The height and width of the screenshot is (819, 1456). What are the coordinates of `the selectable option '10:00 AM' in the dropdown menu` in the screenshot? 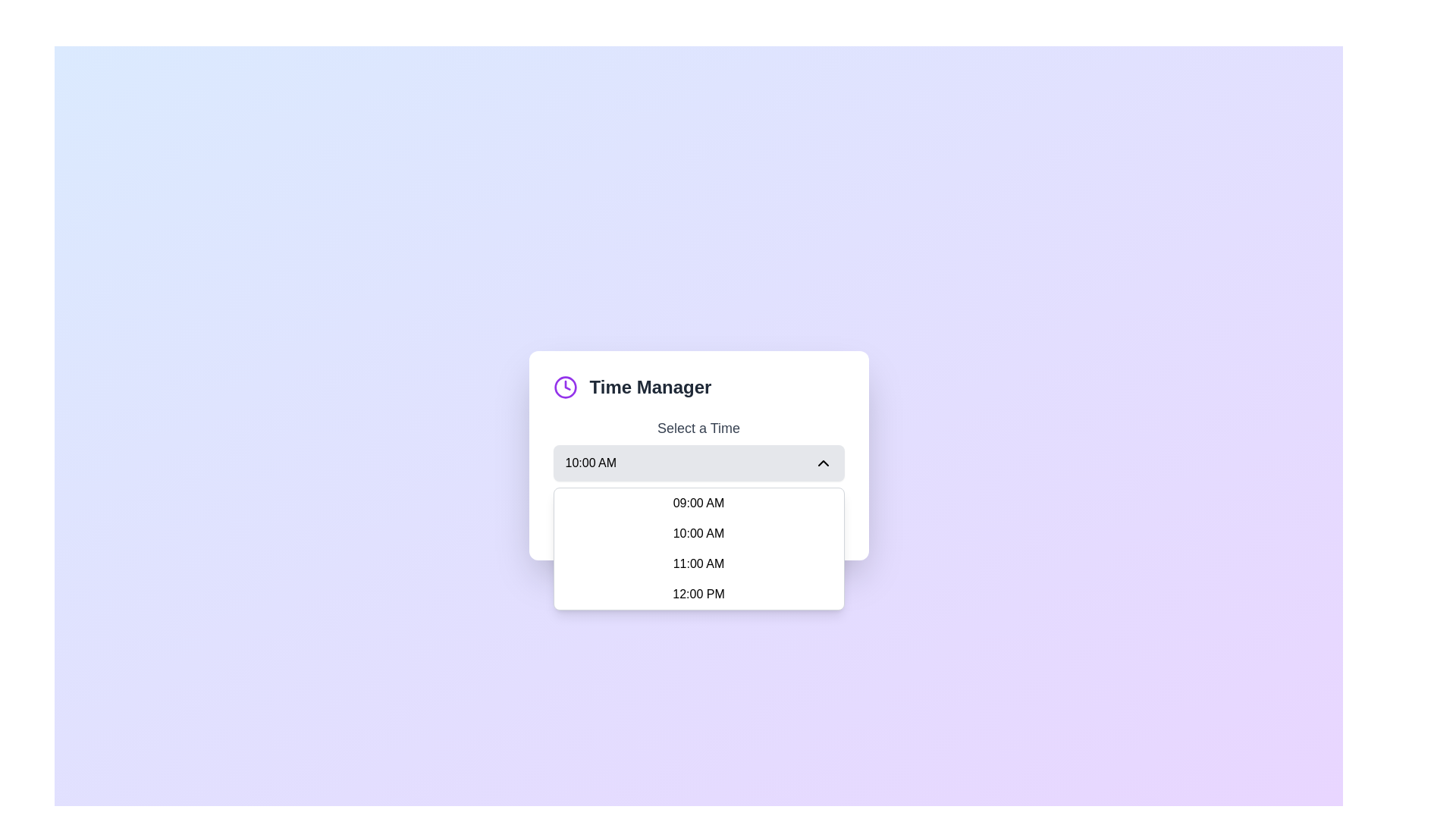 It's located at (698, 533).